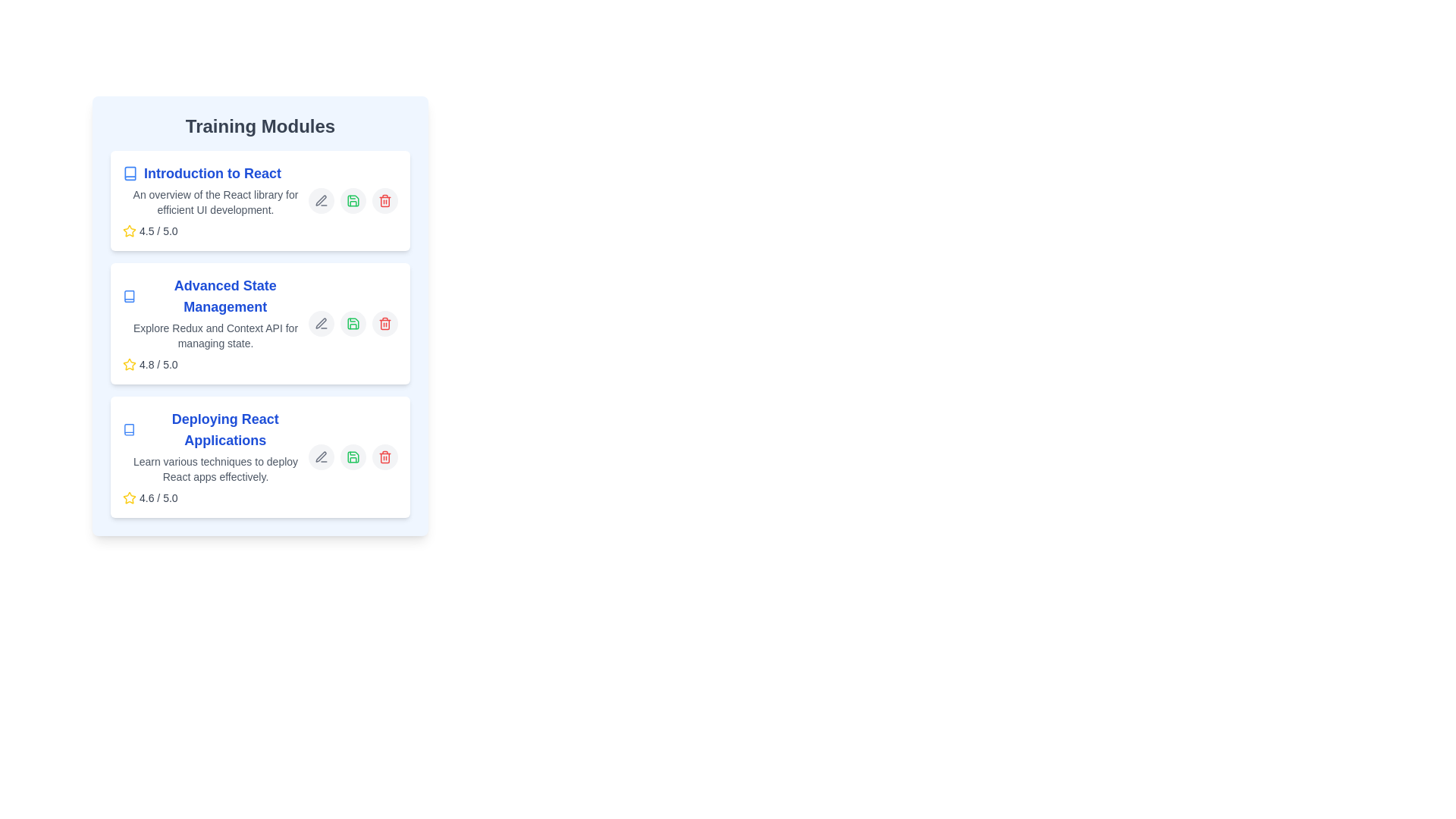 The height and width of the screenshot is (819, 1456). I want to click on the title text element that serves as a header for the advanced state management techniques module, located below the 'Introduction to React' module and above the 'Deploying React Applications' module, so click(215, 296).